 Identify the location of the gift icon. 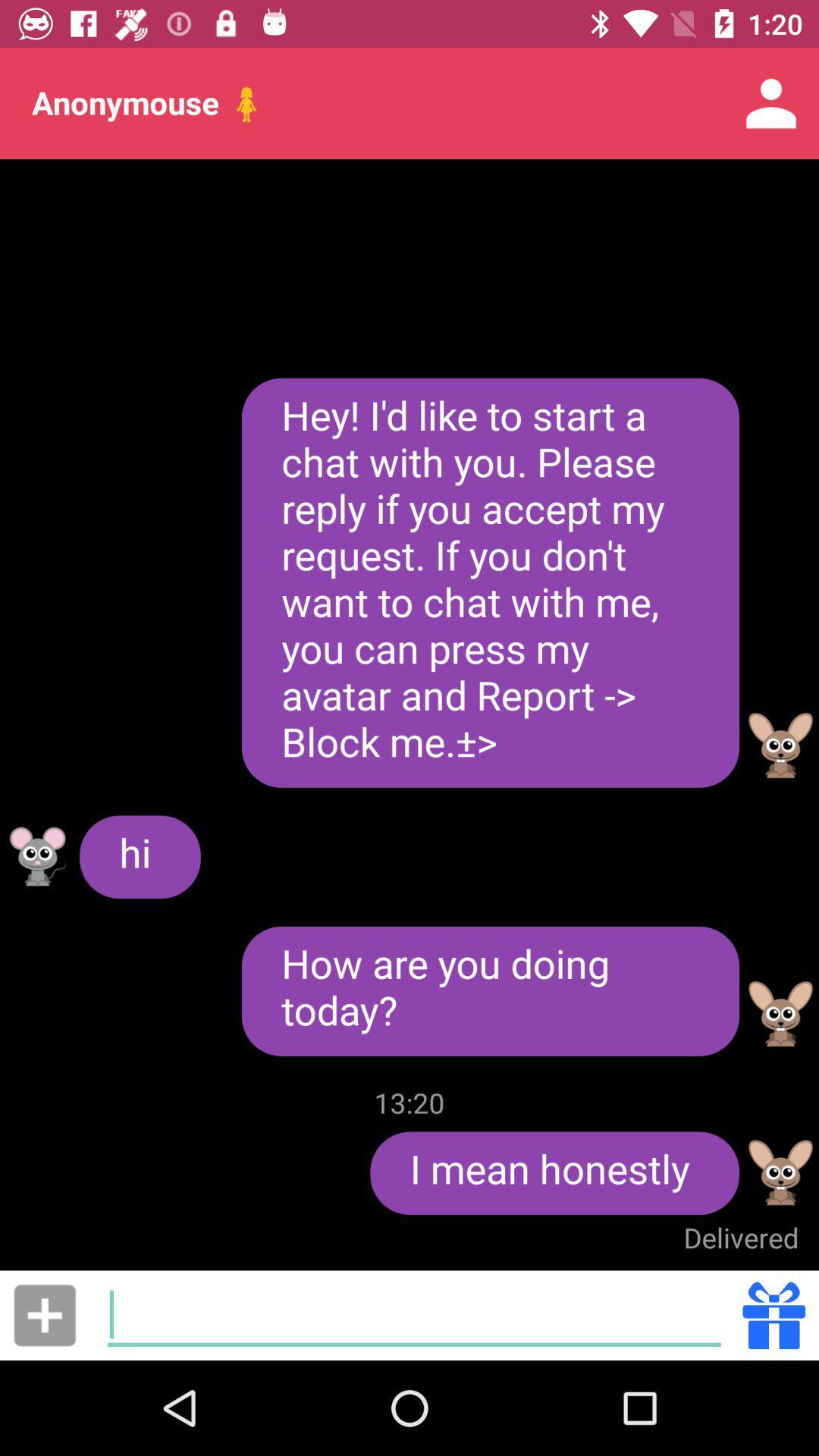
(773, 1314).